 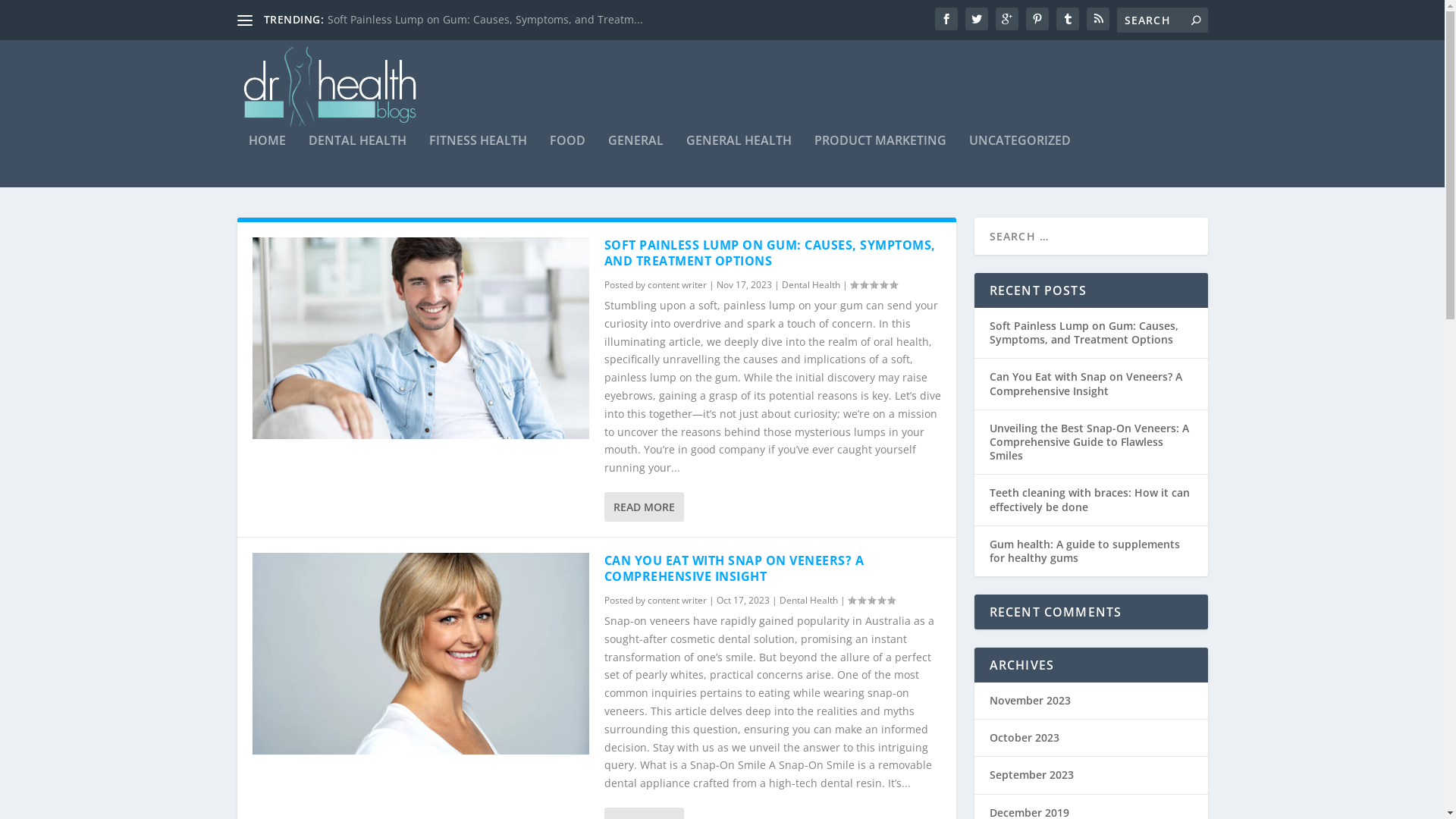 What do you see at coordinates (566, 161) in the screenshot?
I see `'FOOD'` at bounding box center [566, 161].